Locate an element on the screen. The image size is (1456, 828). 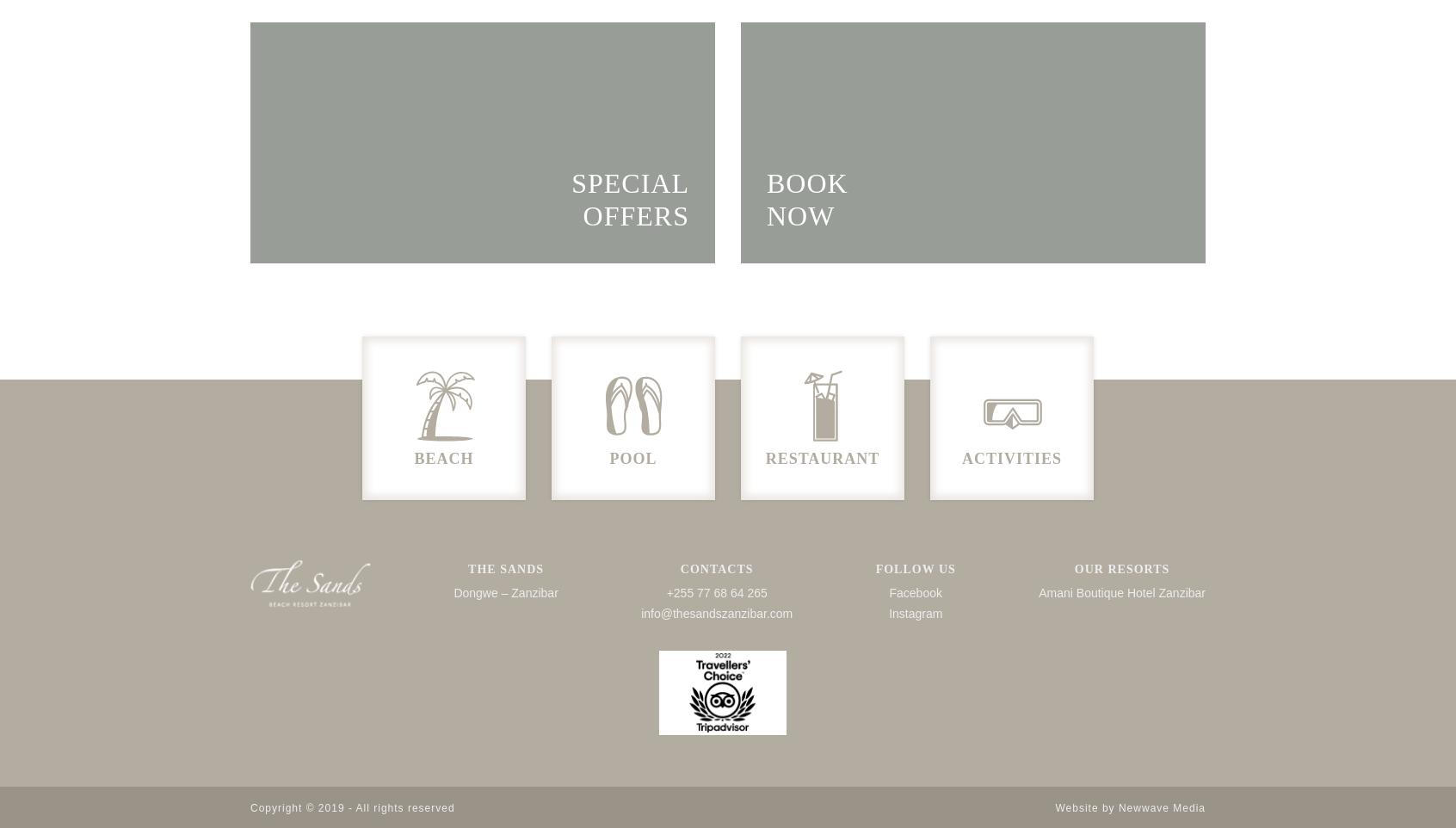
'+255 77 68 64 265' is located at coordinates (716, 591).